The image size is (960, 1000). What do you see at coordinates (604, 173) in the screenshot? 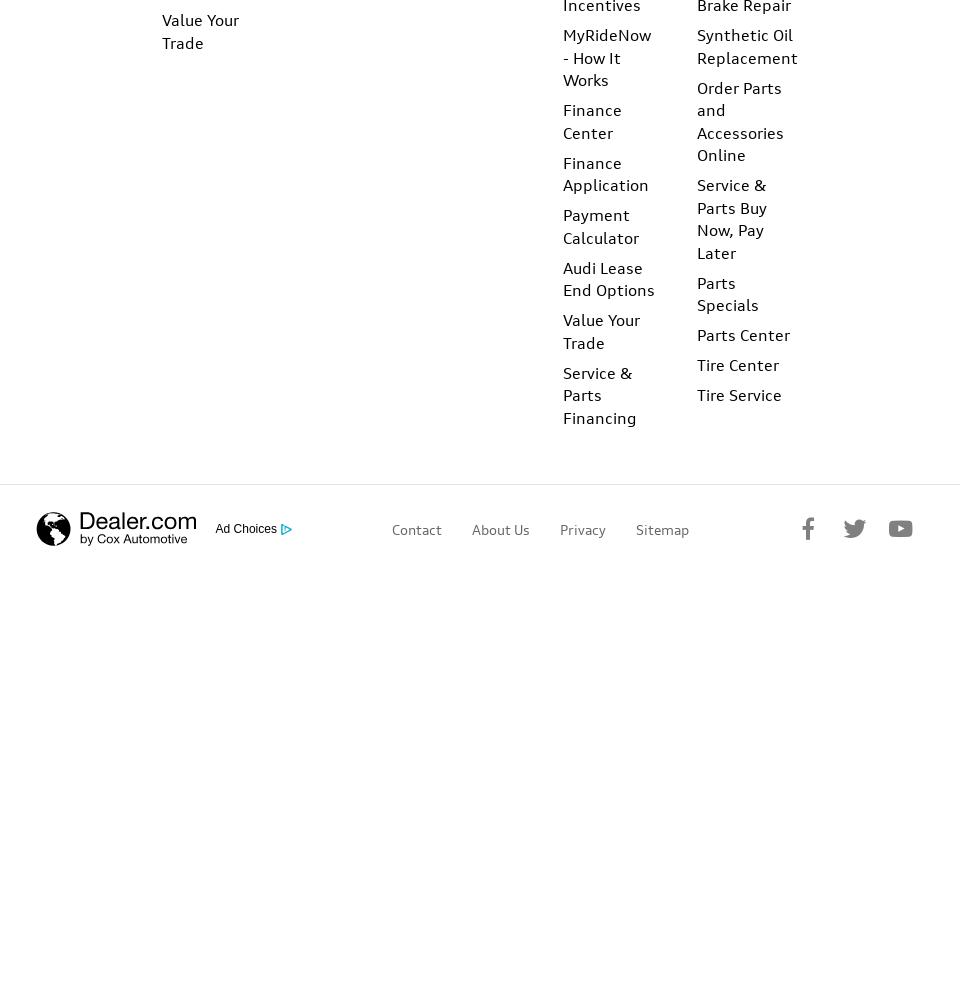
I see `'Finance Application'` at bounding box center [604, 173].